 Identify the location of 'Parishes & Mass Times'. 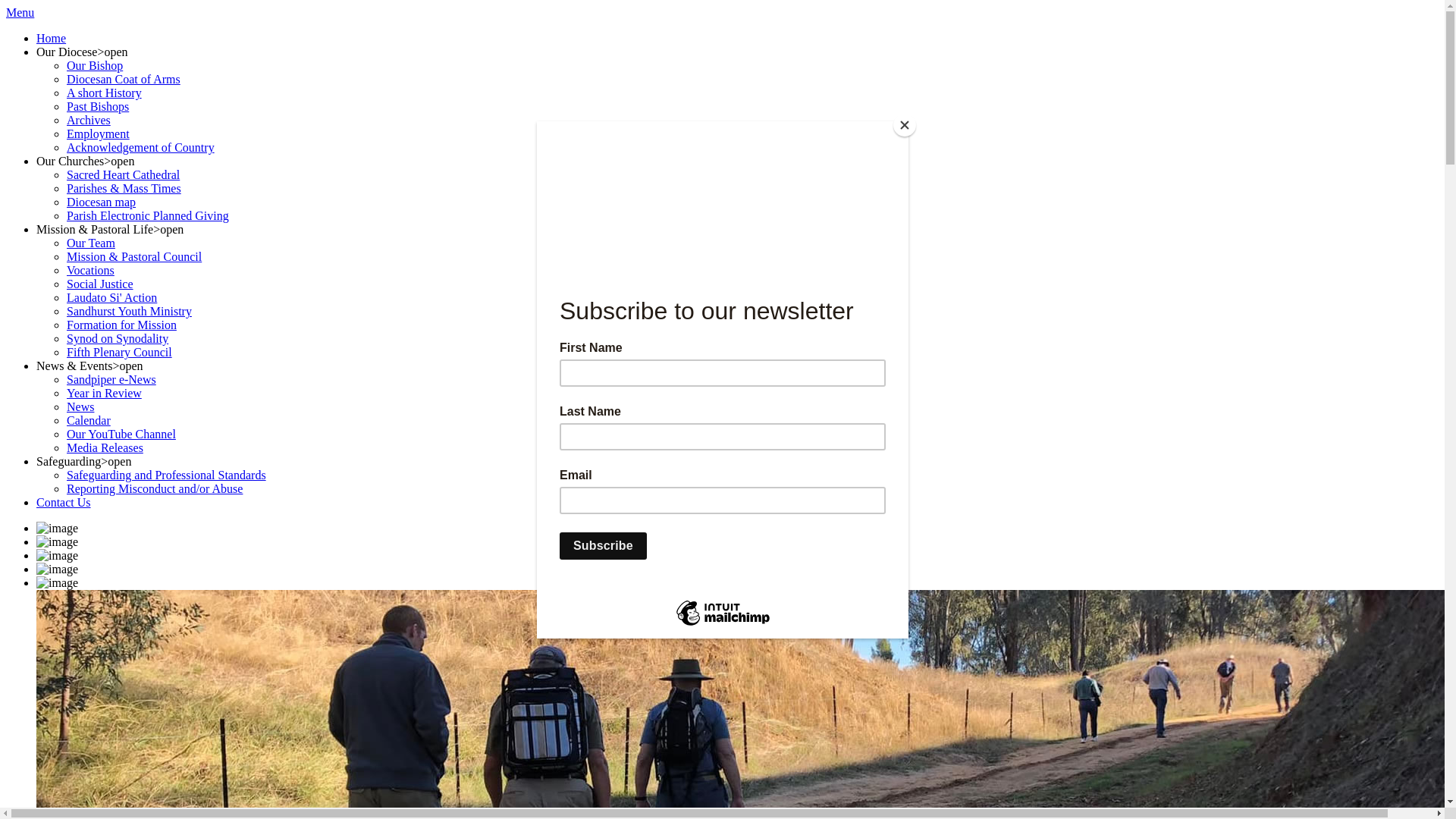
(124, 187).